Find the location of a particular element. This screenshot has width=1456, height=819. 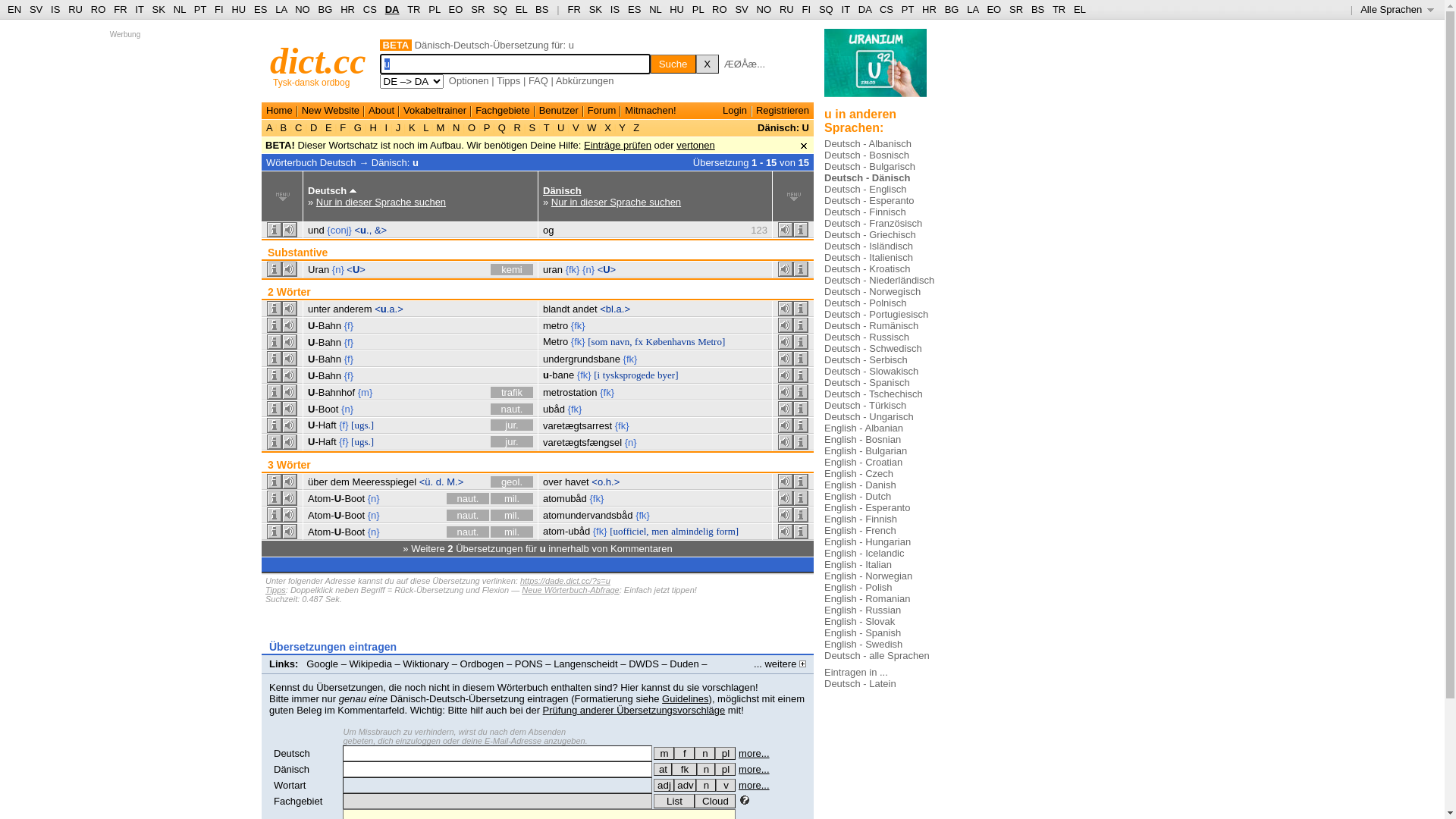

'Benutzer' is located at coordinates (538, 109).